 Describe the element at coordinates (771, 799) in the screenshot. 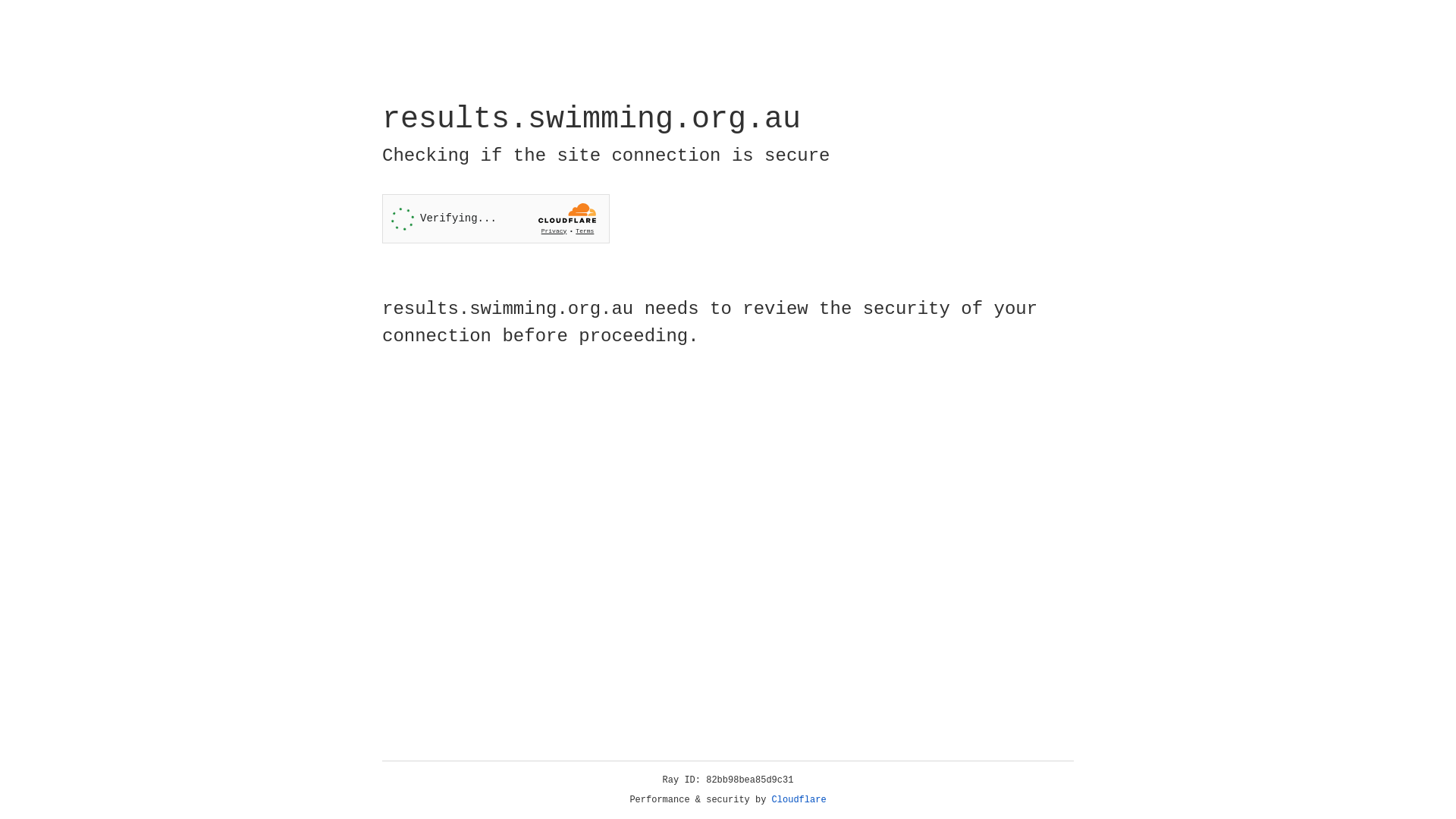

I see `'Cloudflare'` at that location.